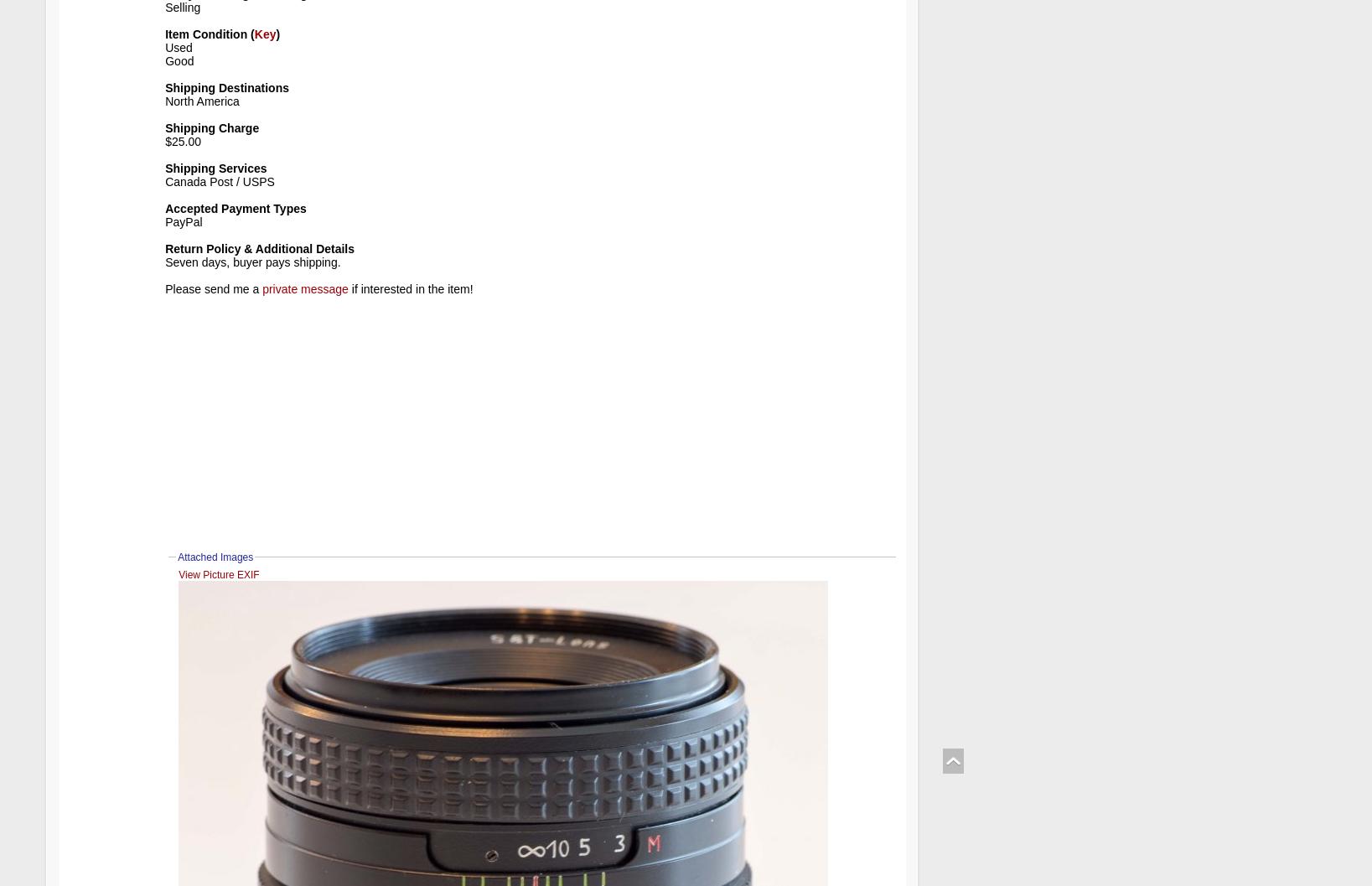  I want to click on 'View Picture EXIF', so click(217, 573).